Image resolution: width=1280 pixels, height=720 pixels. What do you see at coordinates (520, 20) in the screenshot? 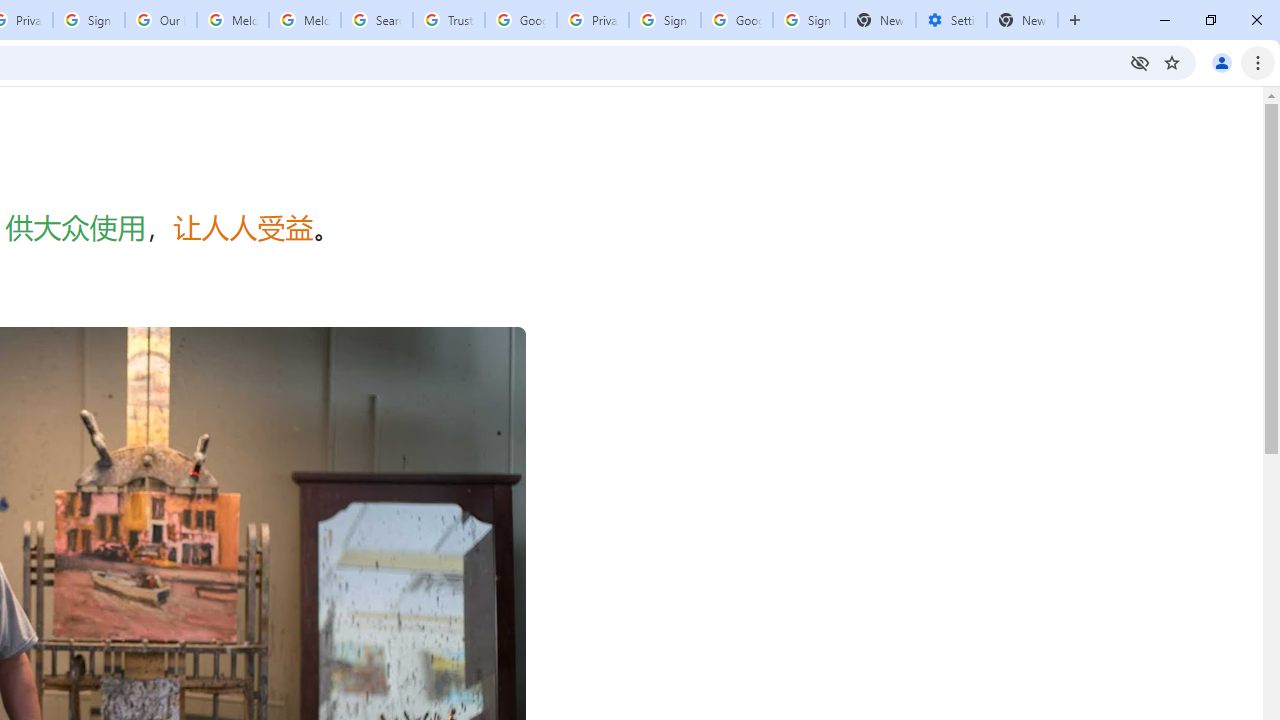
I see `'Google Ads - Sign in'` at bounding box center [520, 20].